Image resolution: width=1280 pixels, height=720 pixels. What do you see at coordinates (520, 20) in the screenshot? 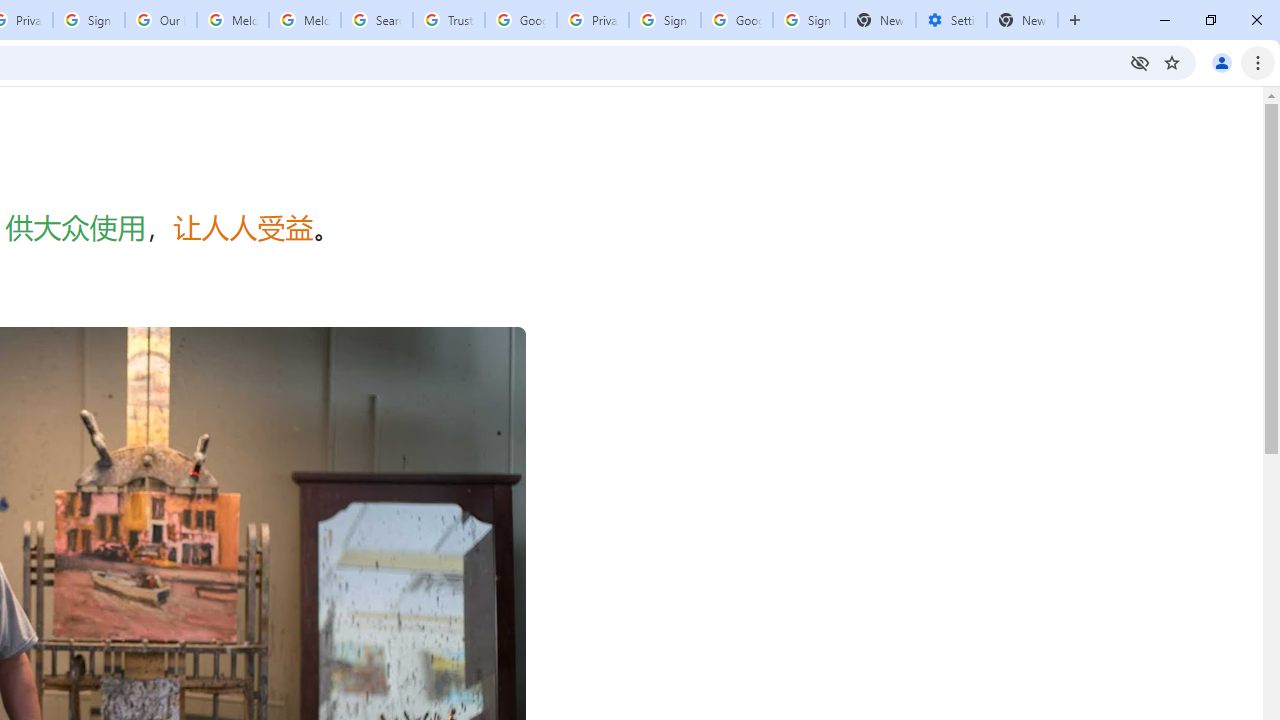
I see `'Google Ads - Sign in'` at bounding box center [520, 20].